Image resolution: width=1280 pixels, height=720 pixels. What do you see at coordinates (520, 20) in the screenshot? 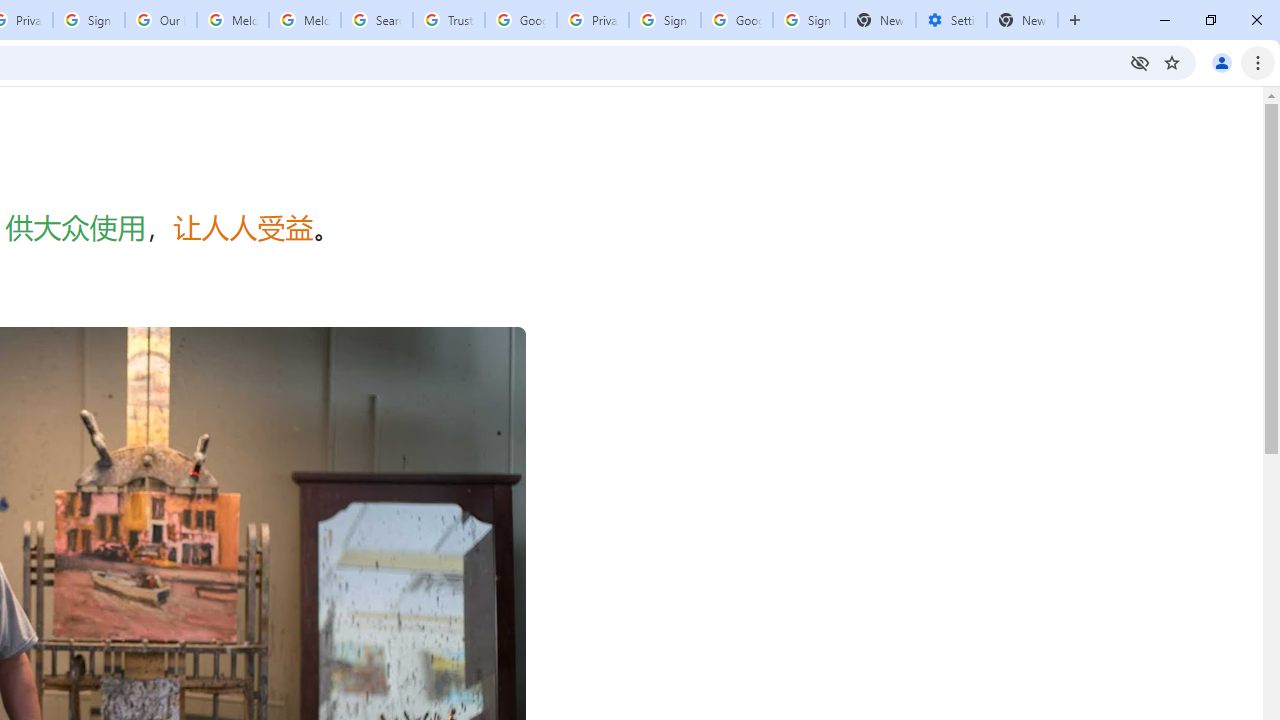
I see `'Google Ads - Sign in'` at bounding box center [520, 20].